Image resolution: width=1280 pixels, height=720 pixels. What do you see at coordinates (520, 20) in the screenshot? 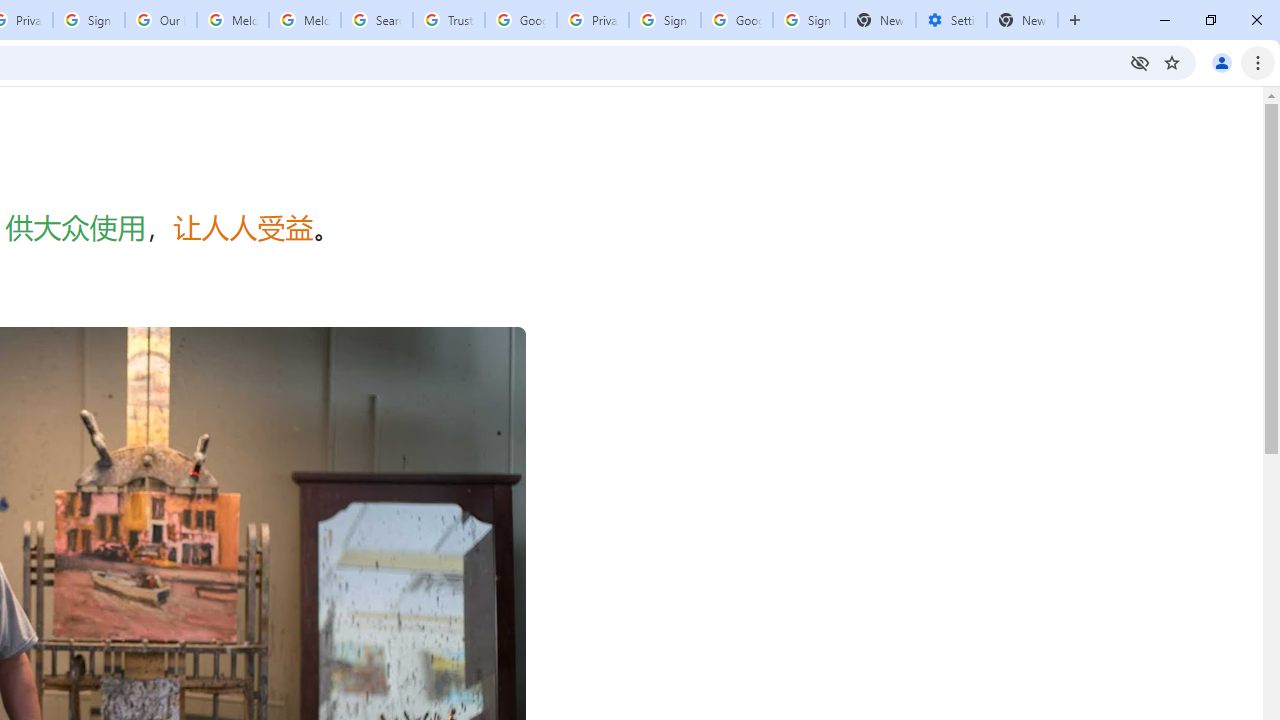
I see `'Google Ads - Sign in'` at bounding box center [520, 20].